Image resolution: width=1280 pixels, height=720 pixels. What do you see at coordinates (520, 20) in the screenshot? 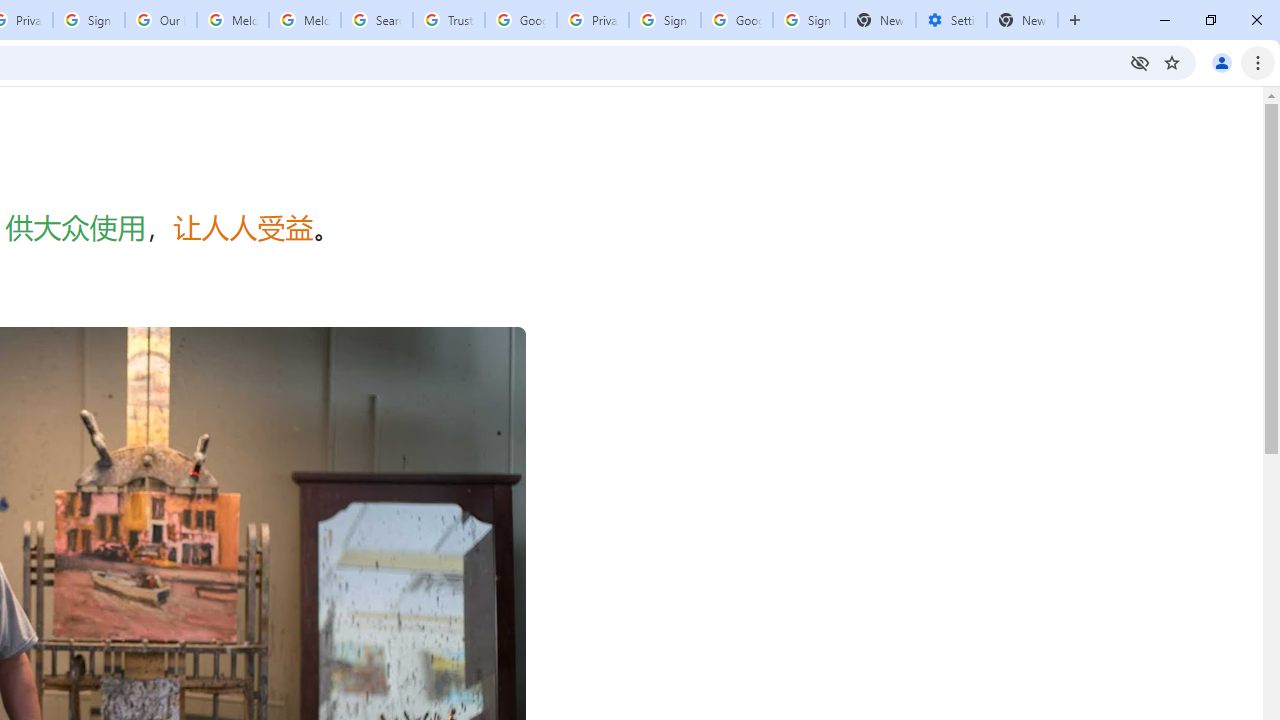
I see `'Google Ads - Sign in'` at bounding box center [520, 20].